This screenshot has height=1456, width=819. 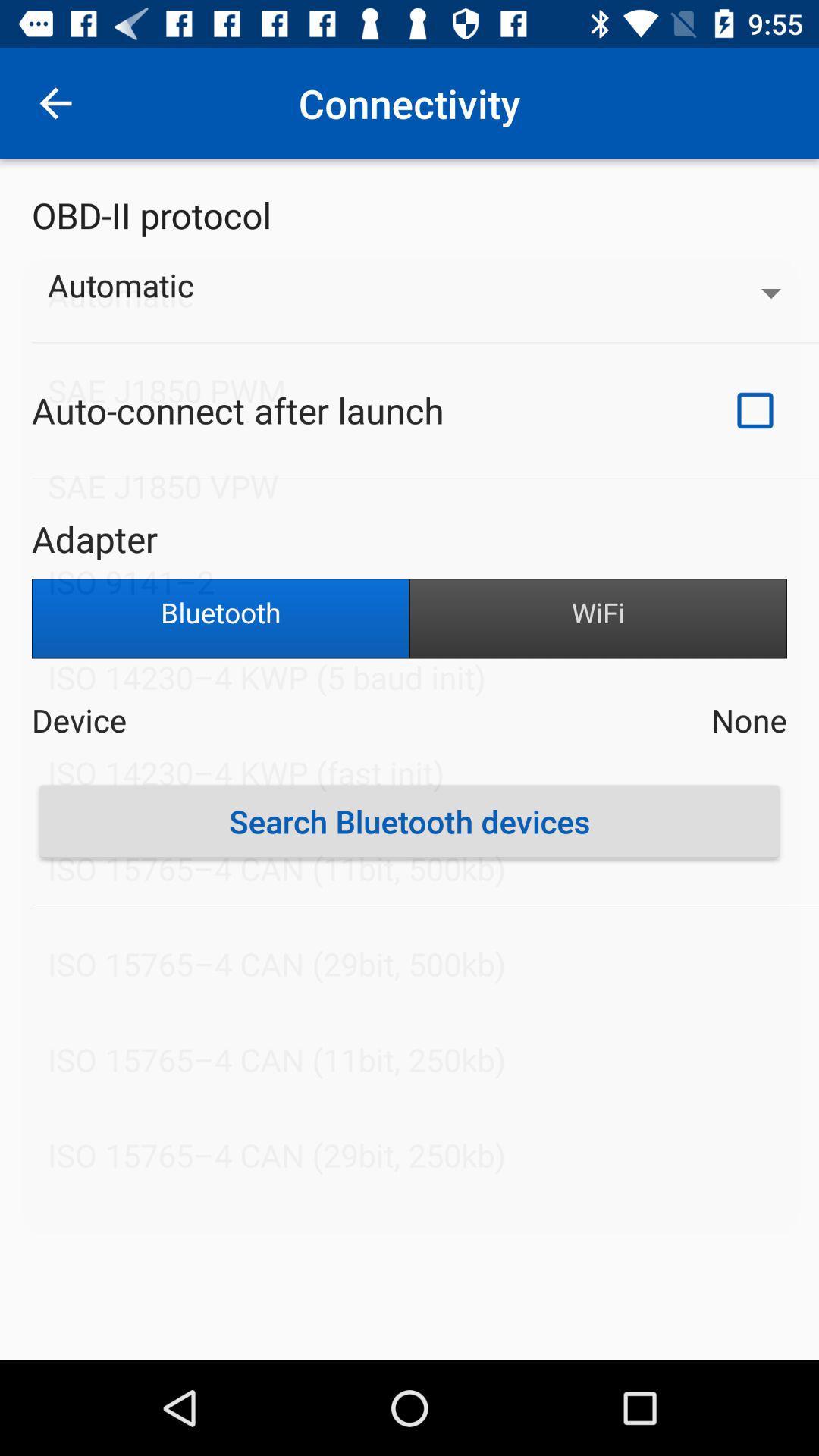 I want to click on the search bluetooth devices, so click(x=409, y=821).